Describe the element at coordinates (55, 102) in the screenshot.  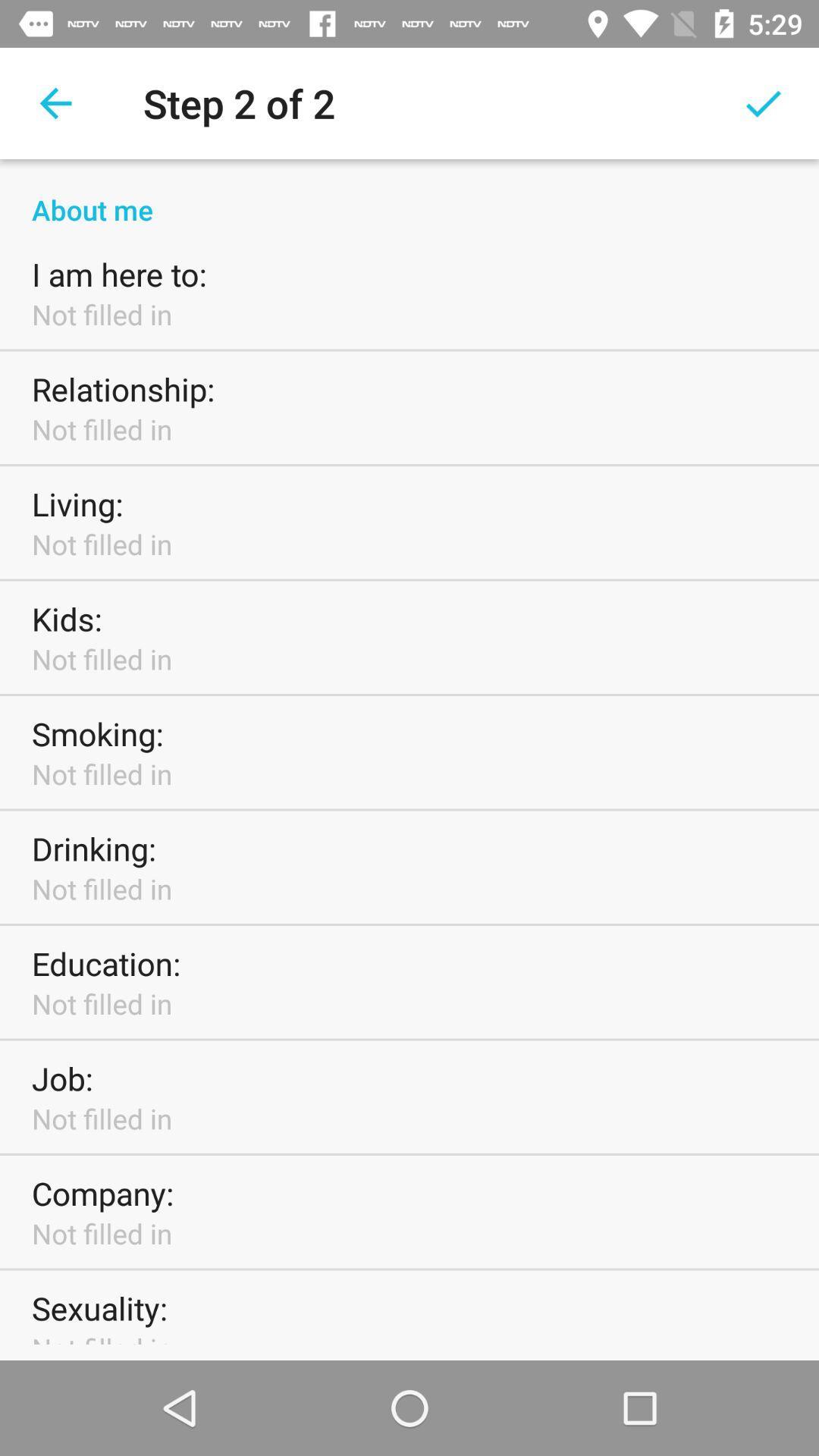
I see `item to the left of the step 2 of` at that location.